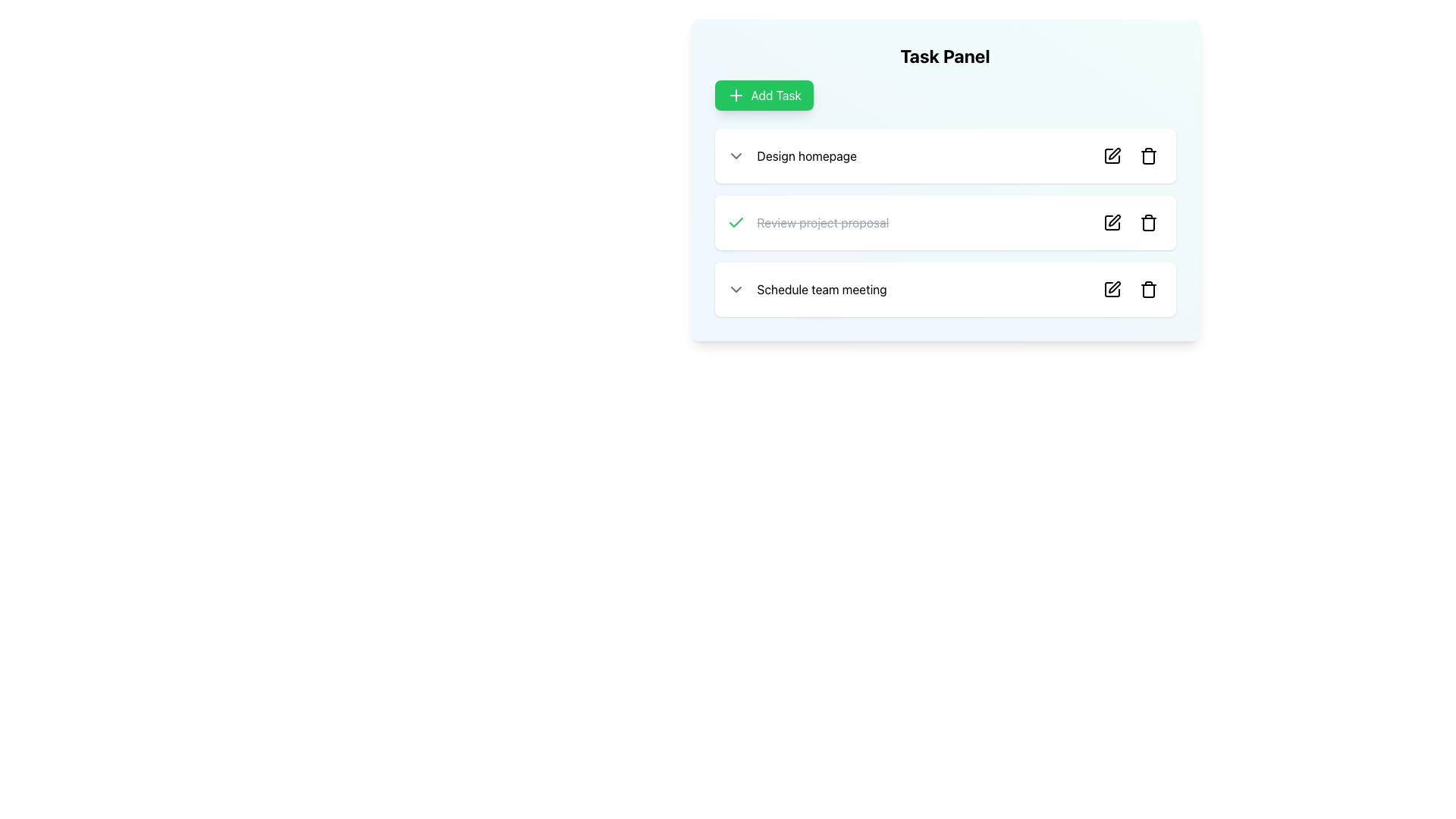 This screenshot has width=1456, height=819. What do you see at coordinates (807, 222) in the screenshot?
I see `the text label that reads 'Review project proposal' with a line-through style, indicating it as completed, located in the task panel between 'Design homepage' and 'Schedule team meeting.'` at bounding box center [807, 222].